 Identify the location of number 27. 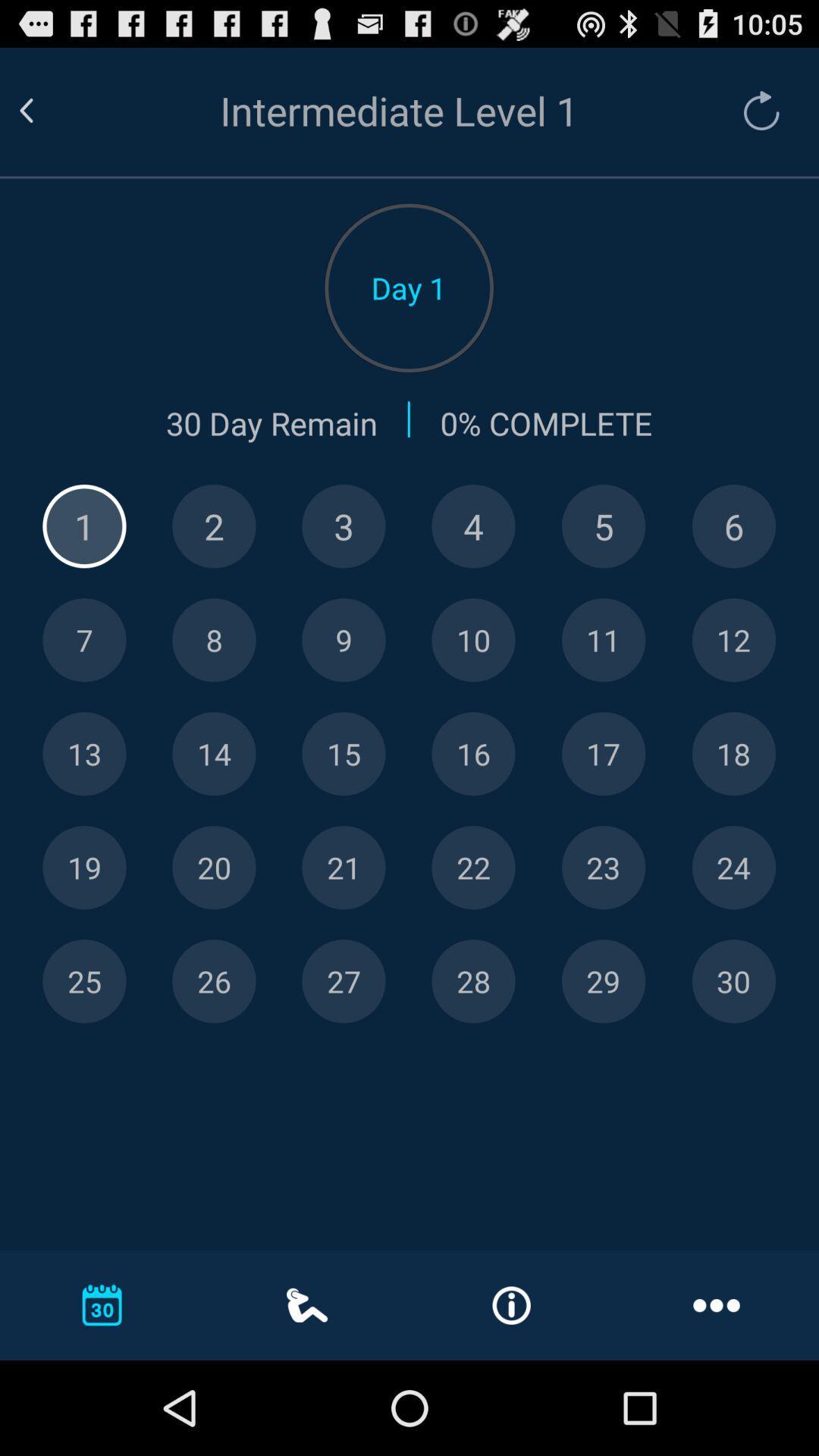
(344, 981).